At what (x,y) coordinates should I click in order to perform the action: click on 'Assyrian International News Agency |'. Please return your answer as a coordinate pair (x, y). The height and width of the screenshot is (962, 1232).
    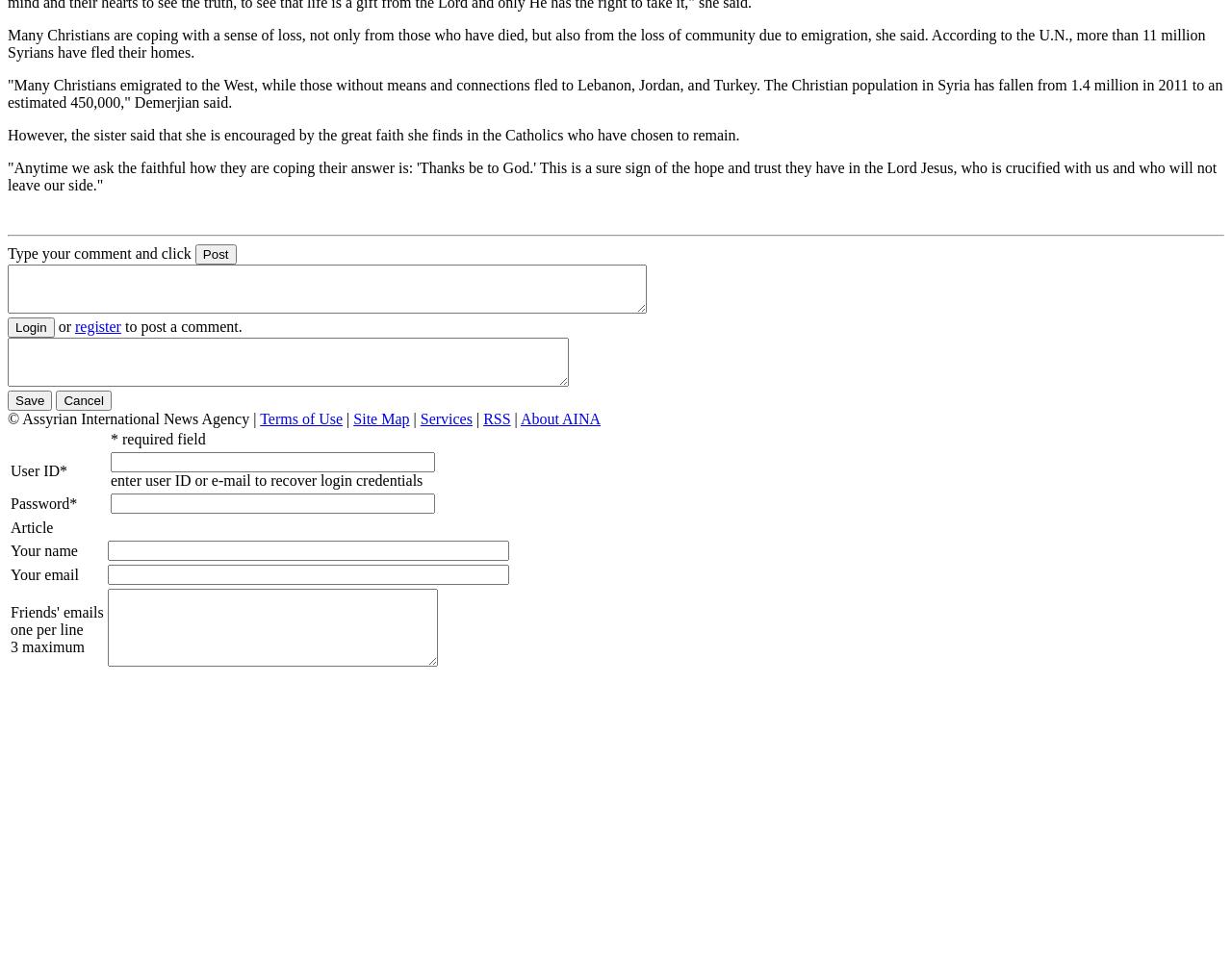
    Looking at the image, I should click on (140, 418).